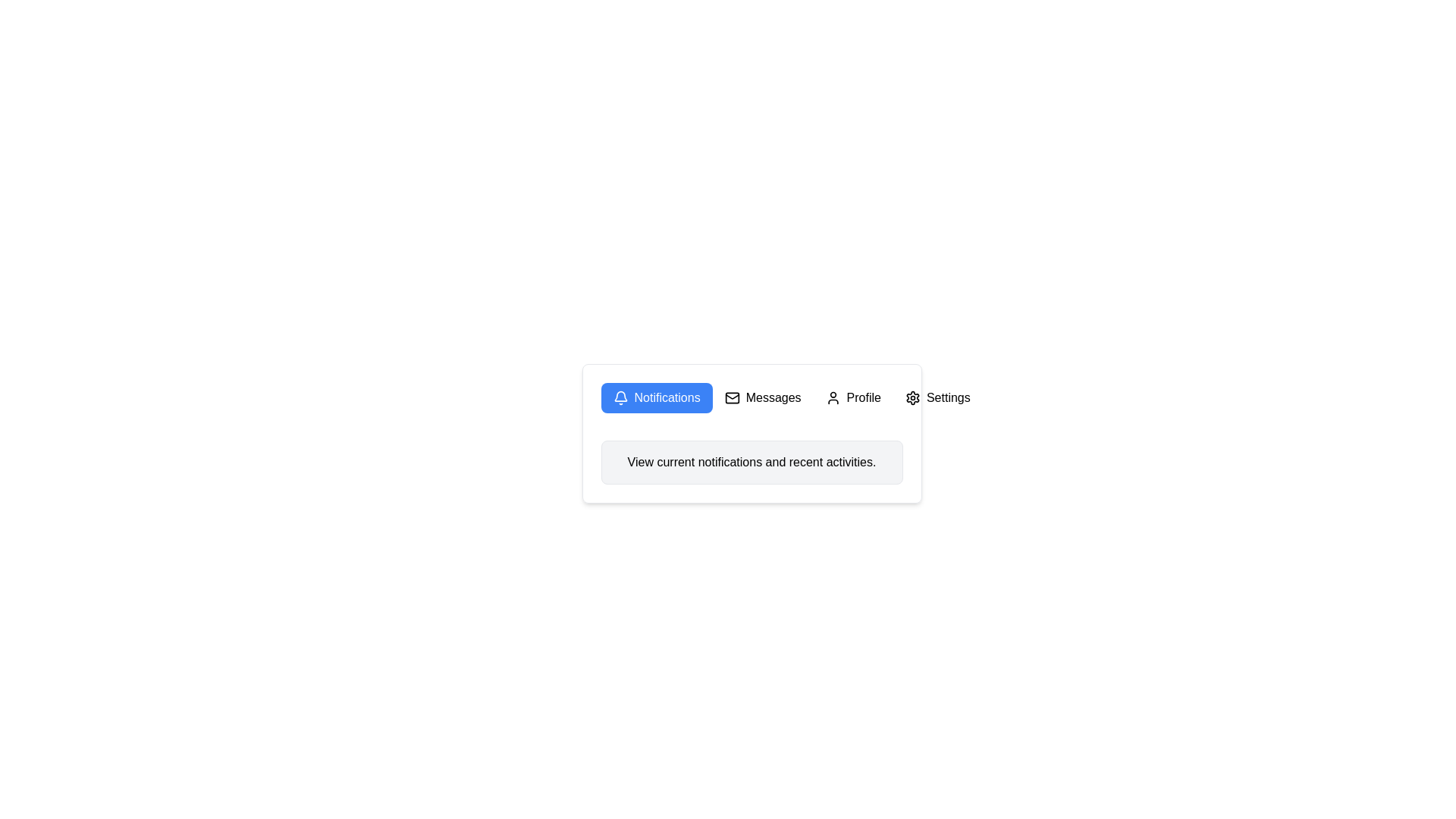 The height and width of the screenshot is (819, 1456). What do you see at coordinates (773, 397) in the screenshot?
I see `the 'Messages' text label in the horizontal navigation menu` at bounding box center [773, 397].